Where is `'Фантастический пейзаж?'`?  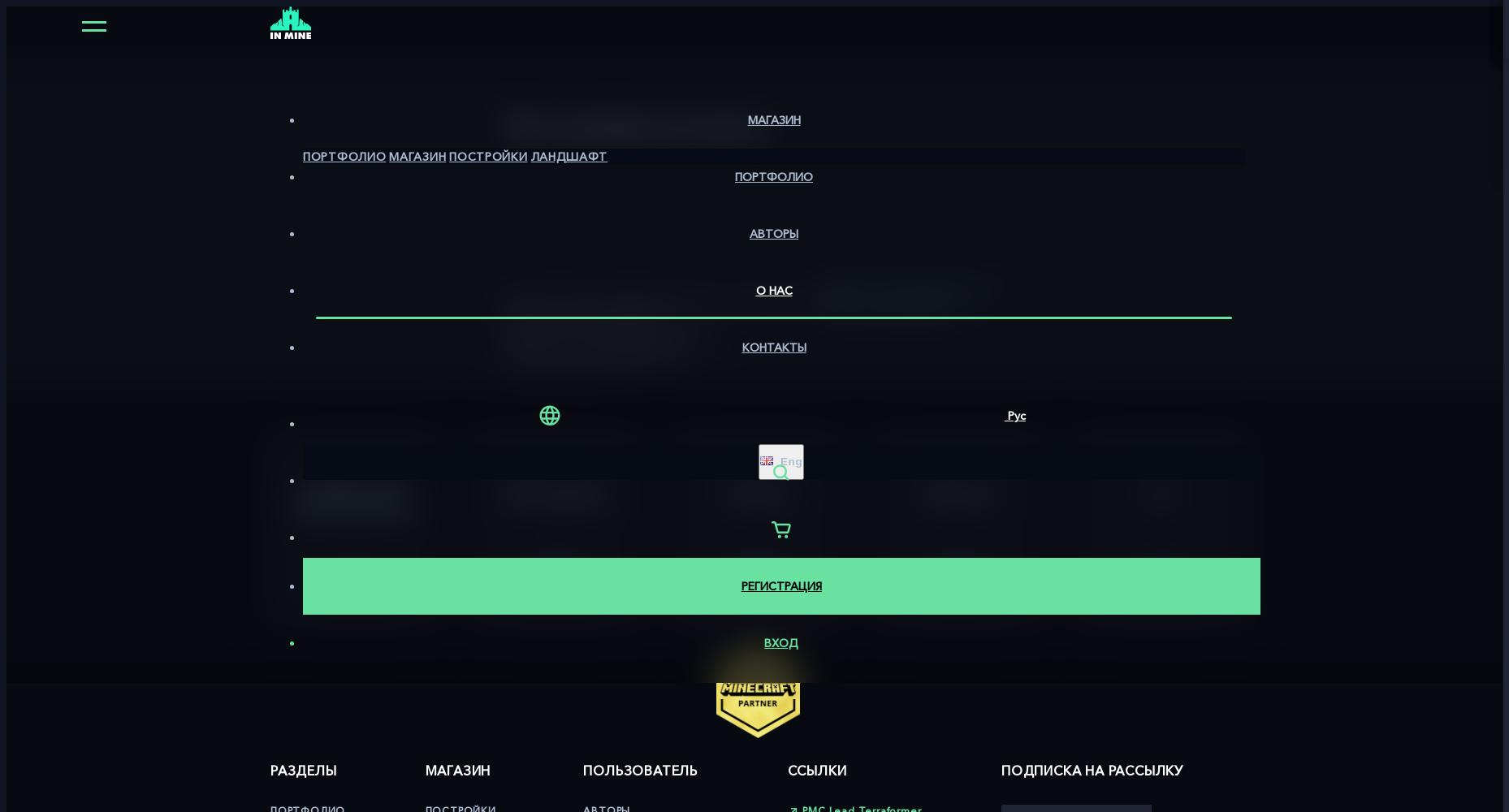
'Фантастический пейзаж?' is located at coordinates (584, 319).